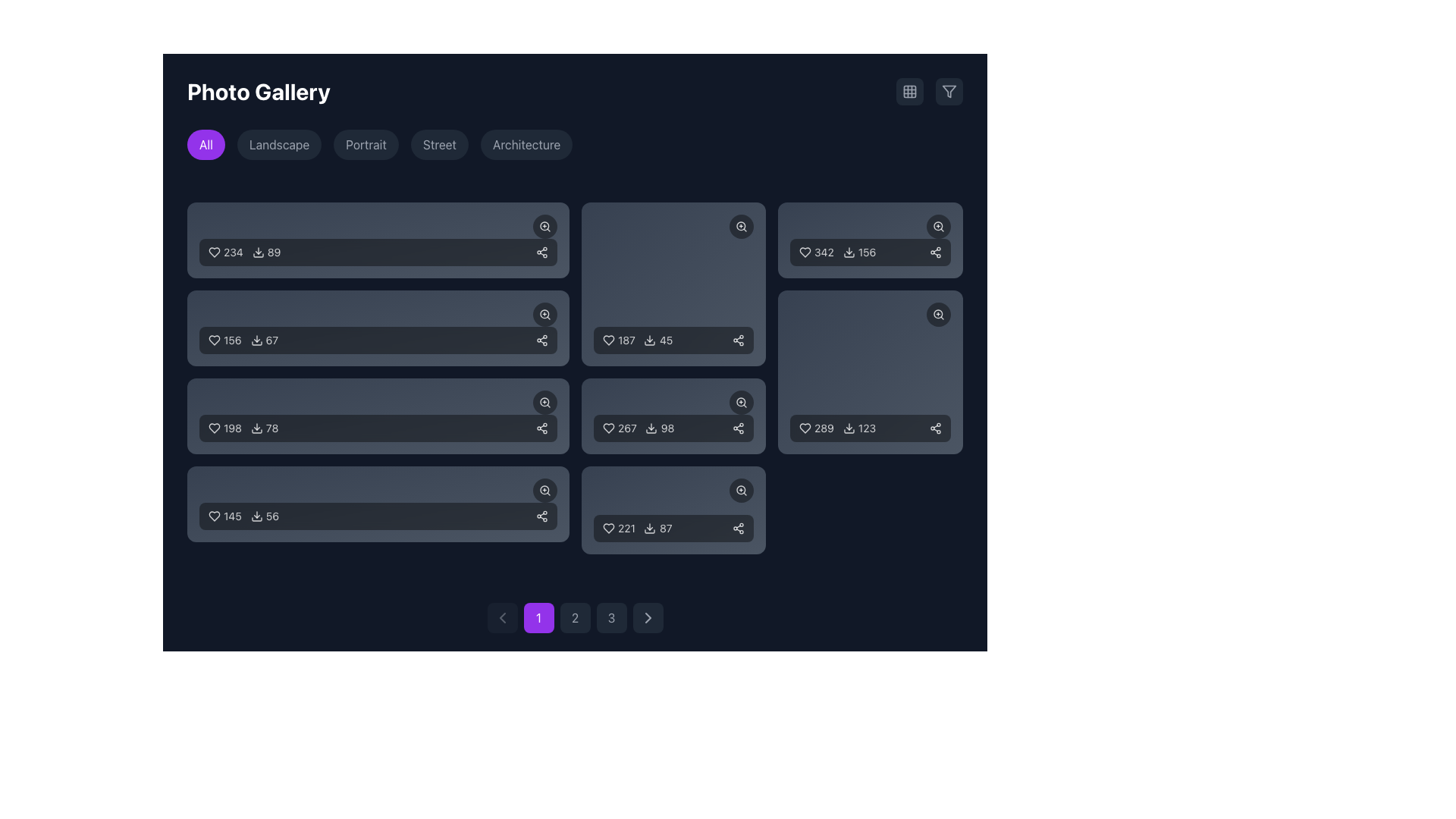  I want to click on the text label displaying the number '289', which is styled in a simple, sans-serif font and appears light-colored against a dark background, positioned to the right of a heart-shaped icon in the bottom row of a grid layout, so click(824, 428).